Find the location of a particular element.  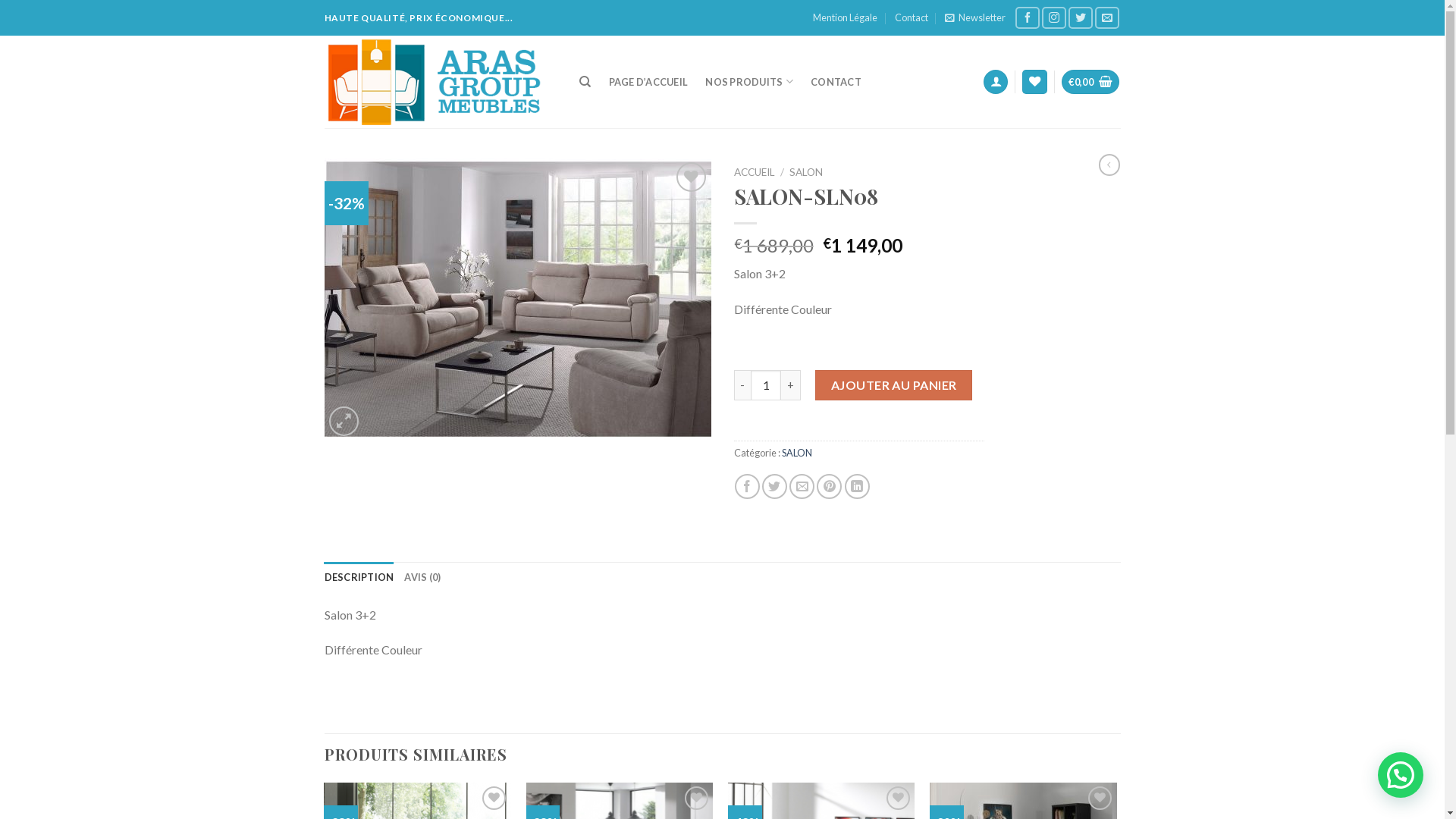

'AVIS (0)' is located at coordinates (422, 576).